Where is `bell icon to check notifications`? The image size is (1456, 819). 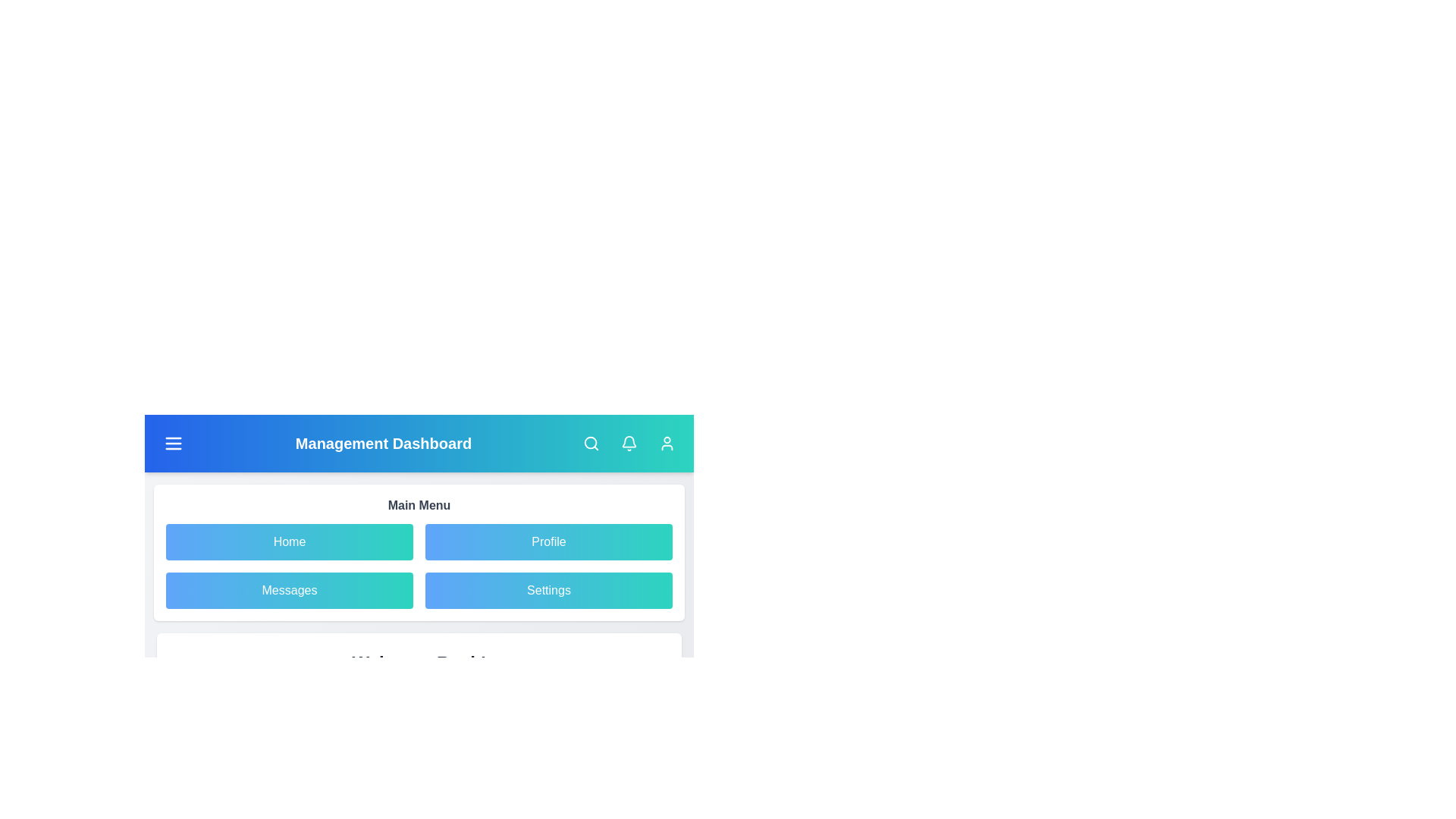
bell icon to check notifications is located at coordinates (629, 444).